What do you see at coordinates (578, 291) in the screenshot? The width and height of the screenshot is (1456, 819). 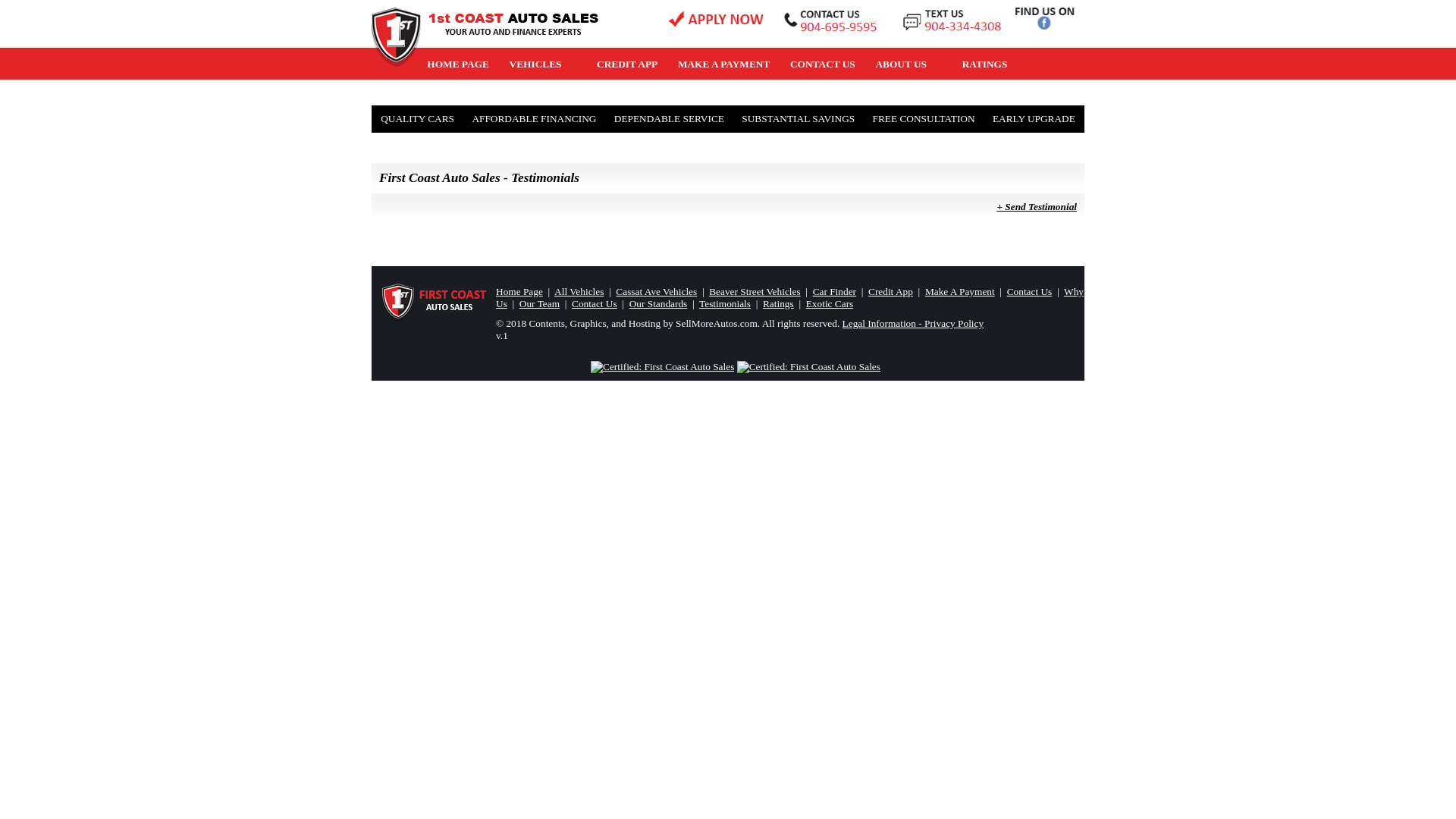 I see `'All Vehicles'` at bounding box center [578, 291].